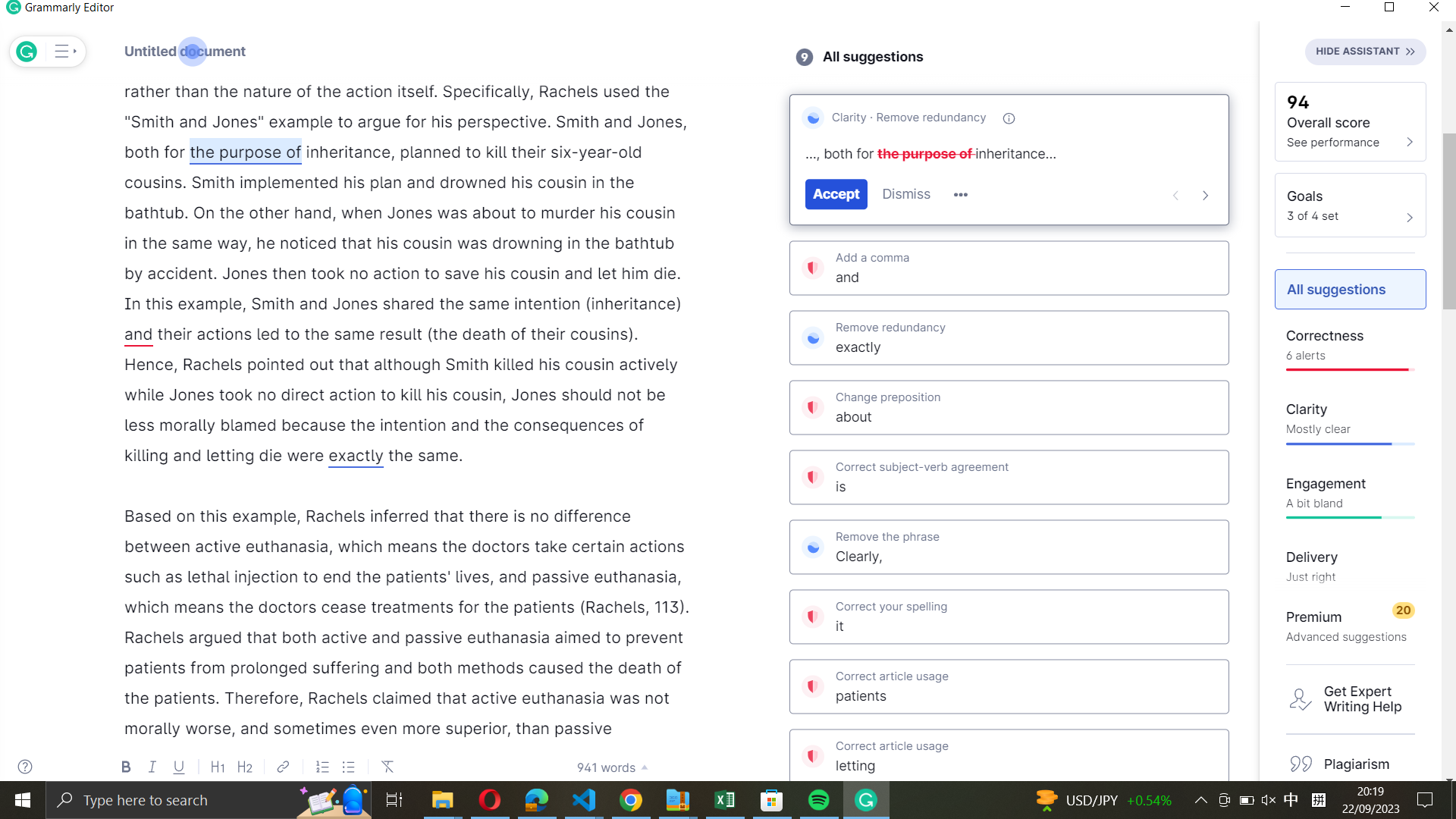 The width and height of the screenshot is (1456, 819). I want to click on Request support from Grammarly specialist, so click(1351, 698).